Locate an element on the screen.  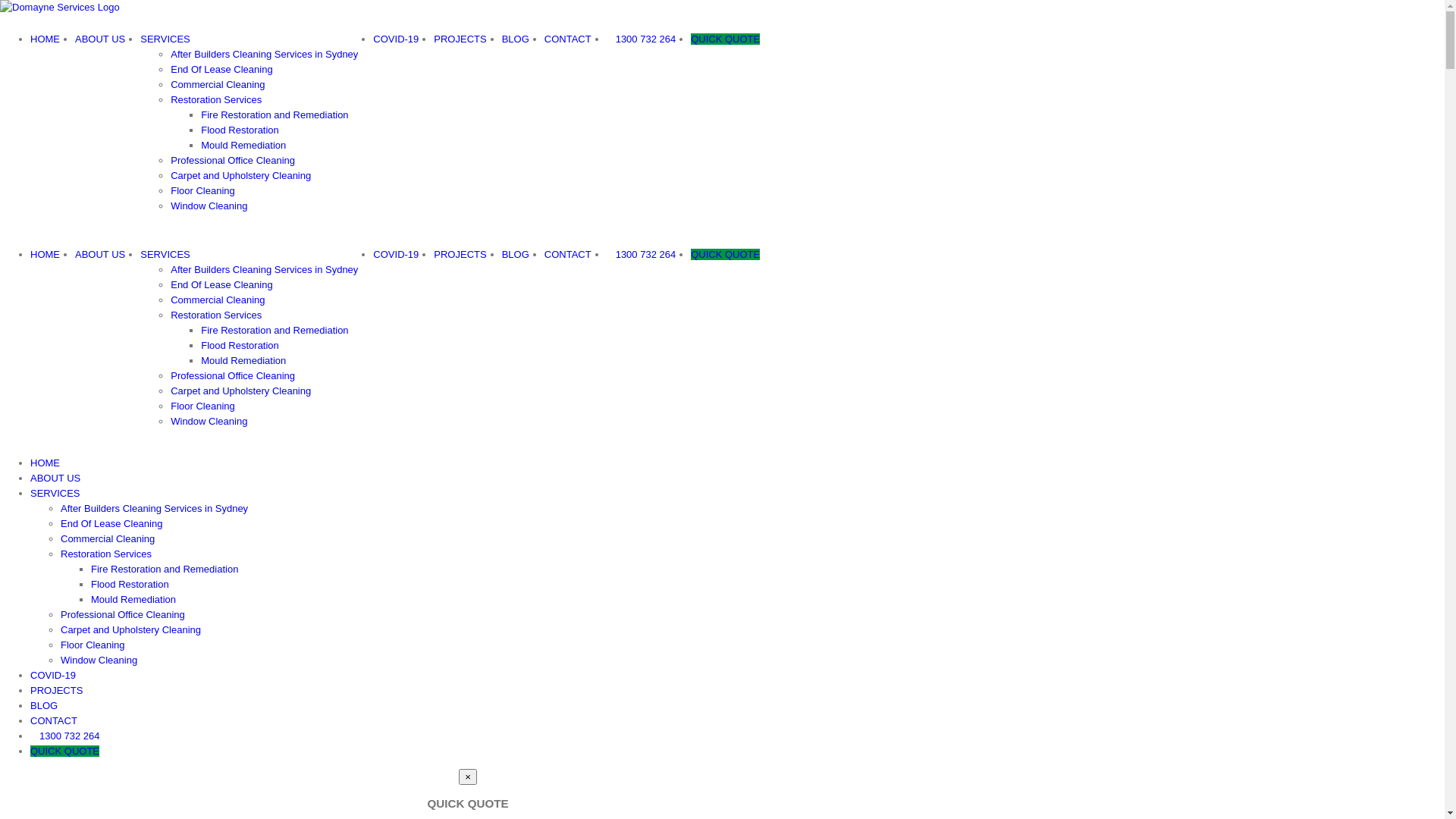
'COVID-19' is located at coordinates (53, 674).